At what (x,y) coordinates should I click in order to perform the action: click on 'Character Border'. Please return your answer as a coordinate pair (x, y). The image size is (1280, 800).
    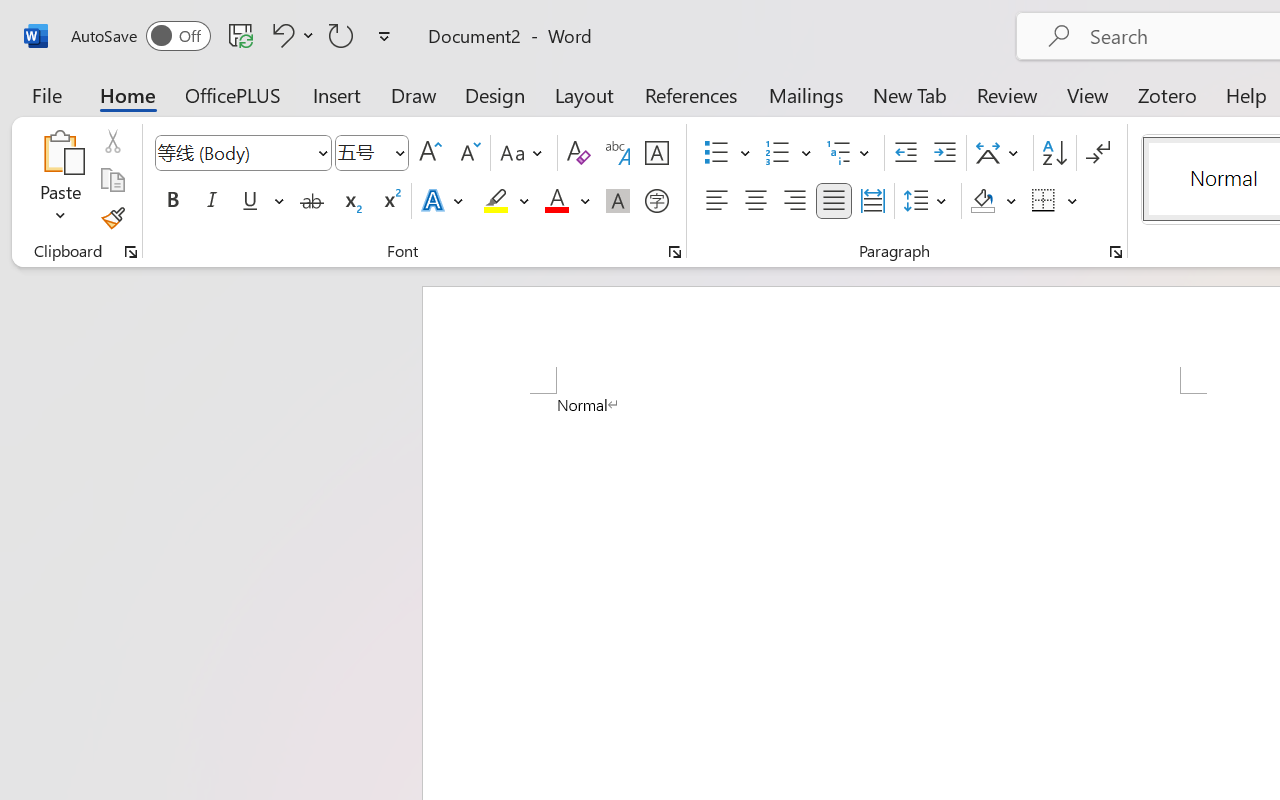
    Looking at the image, I should click on (656, 153).